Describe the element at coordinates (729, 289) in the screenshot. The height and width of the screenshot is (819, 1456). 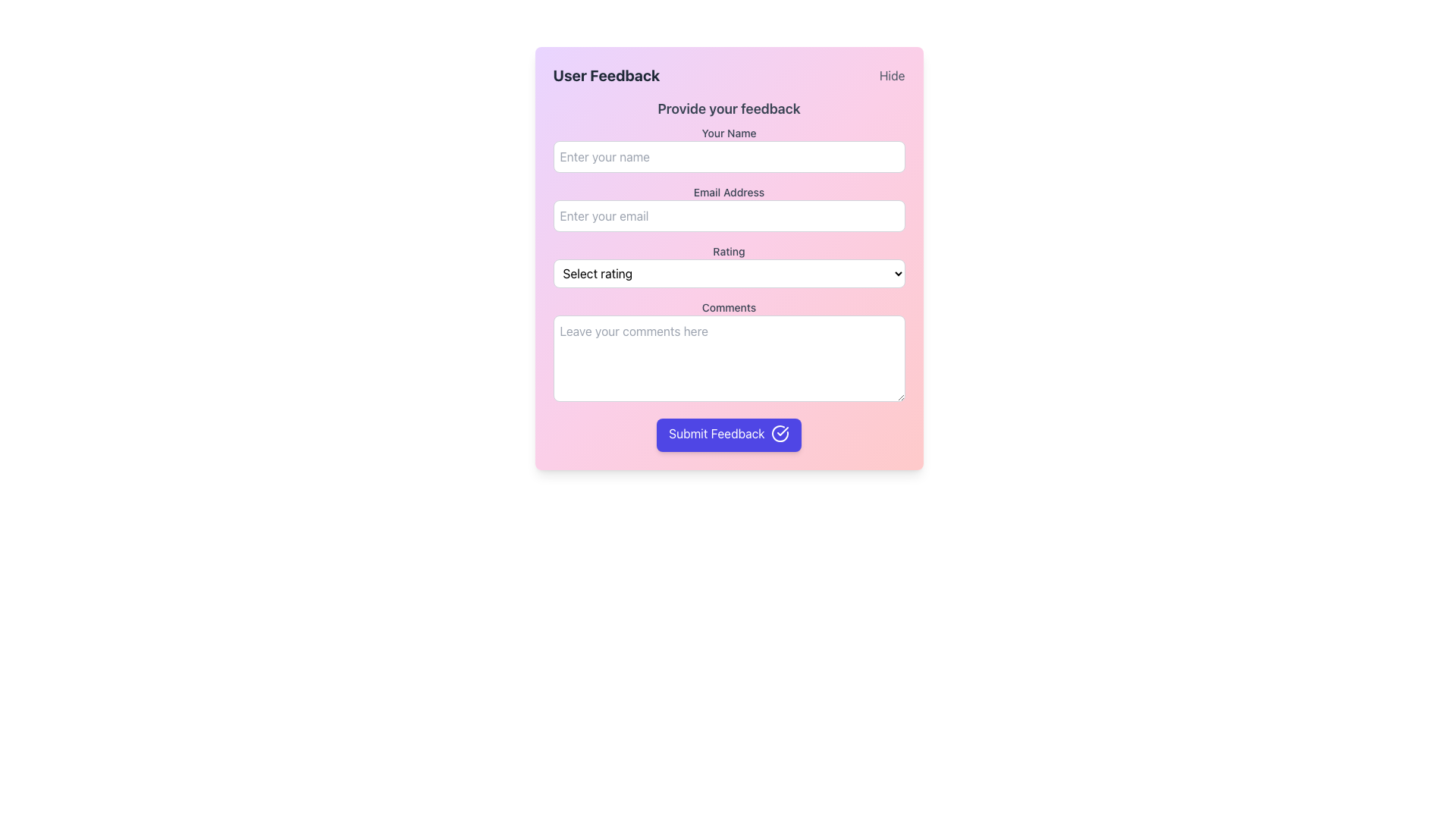
I see `the group of input elements, which includes fields for 'Your Name', 'Email Address', and 'Rating', to interact with its sub-elements` at that location.